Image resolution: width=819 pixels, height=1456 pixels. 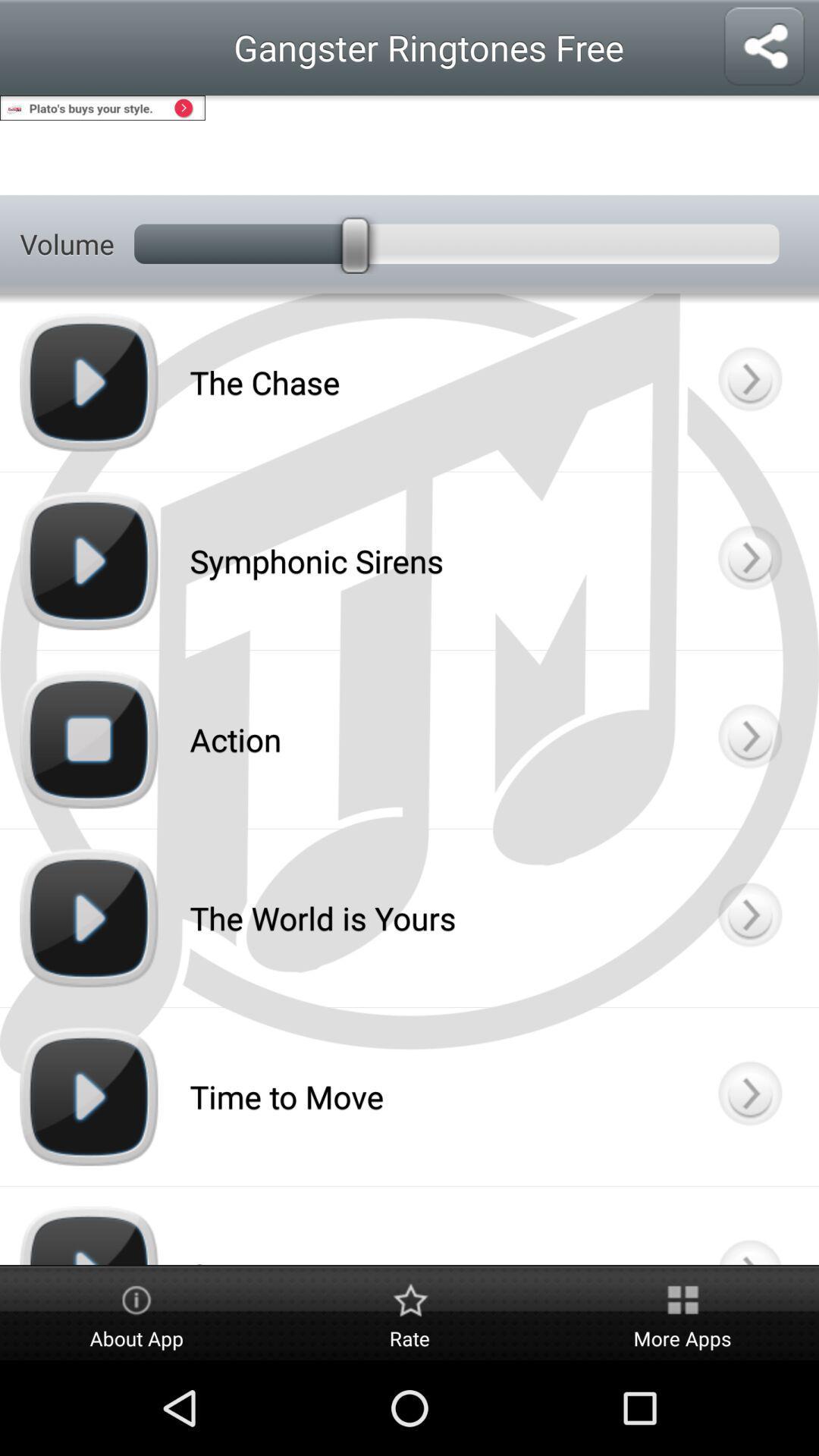 I want to click on the sixth arrow symbol from top, so click(x=748, y=1225).